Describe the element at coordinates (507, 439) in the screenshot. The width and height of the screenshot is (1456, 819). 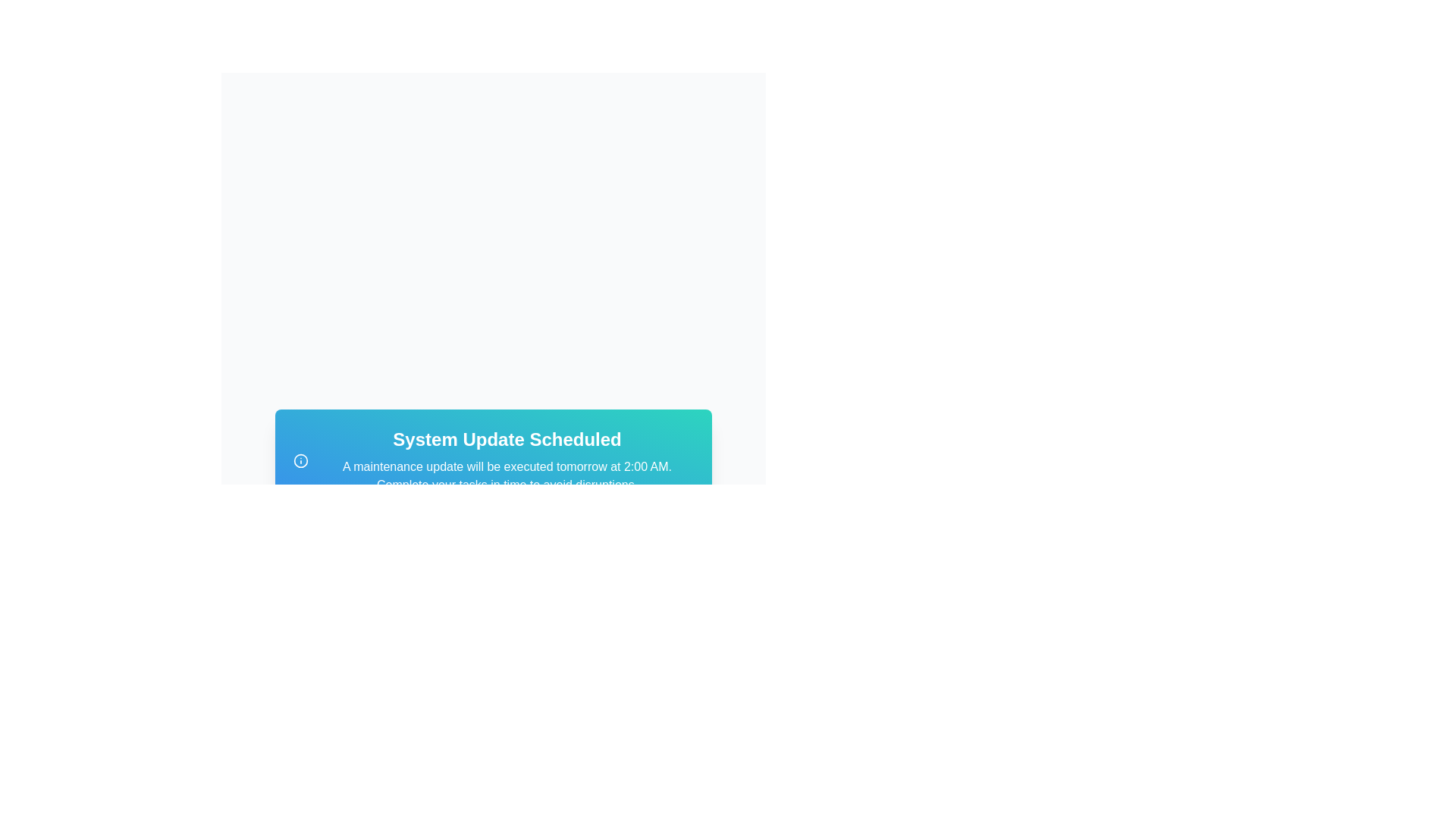
I see `the text label that states 'System Update Scheduled', which is prominently displayed in a large, bold, white font against a vibrant blue to teal gradient background` at that location.